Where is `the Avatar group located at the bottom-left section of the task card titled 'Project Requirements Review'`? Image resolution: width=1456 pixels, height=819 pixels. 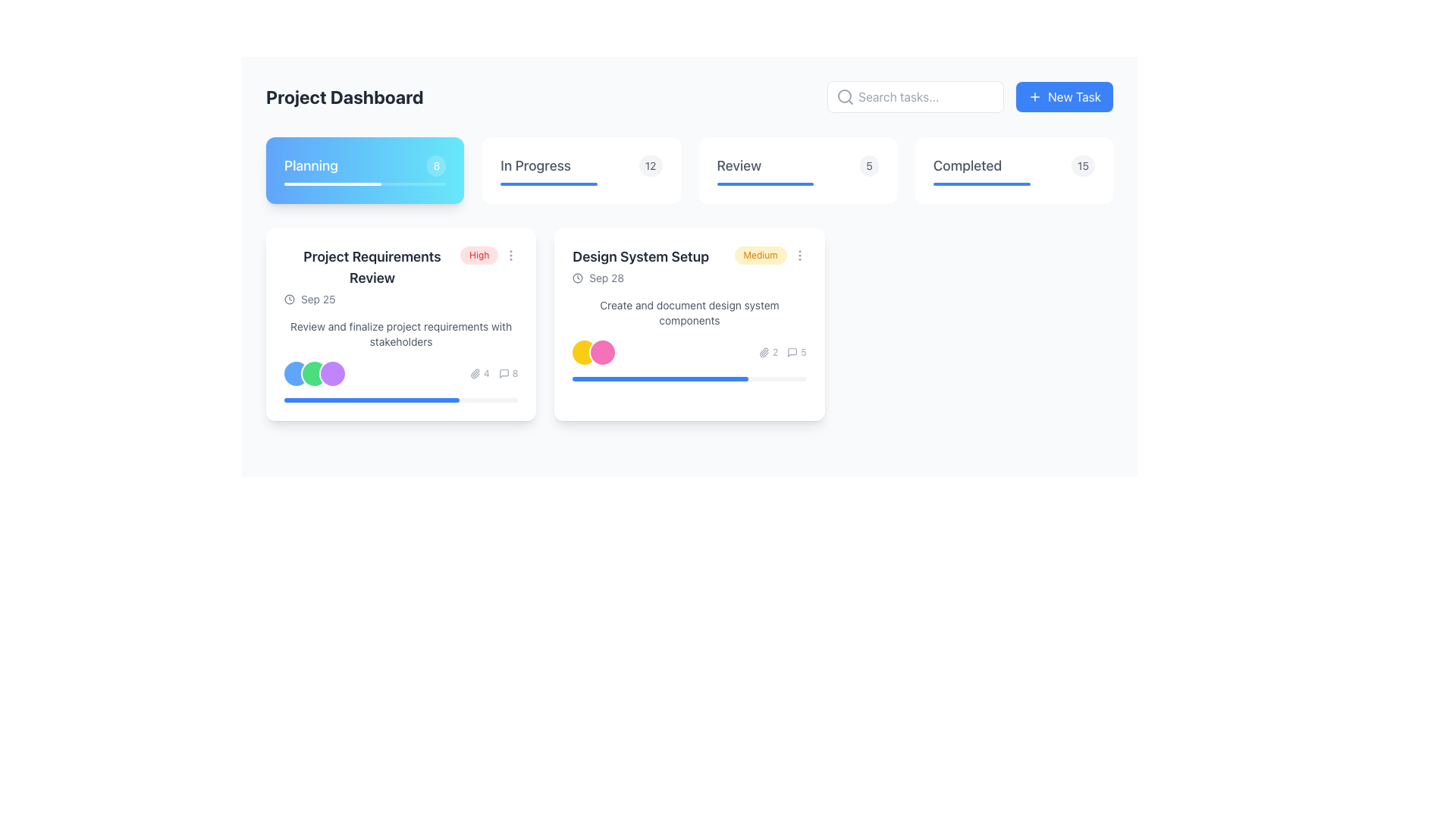 the Avatar group located at the bottom-left section of the task card titled 'Project Requirements Review' is located at coordinates (313, 374).